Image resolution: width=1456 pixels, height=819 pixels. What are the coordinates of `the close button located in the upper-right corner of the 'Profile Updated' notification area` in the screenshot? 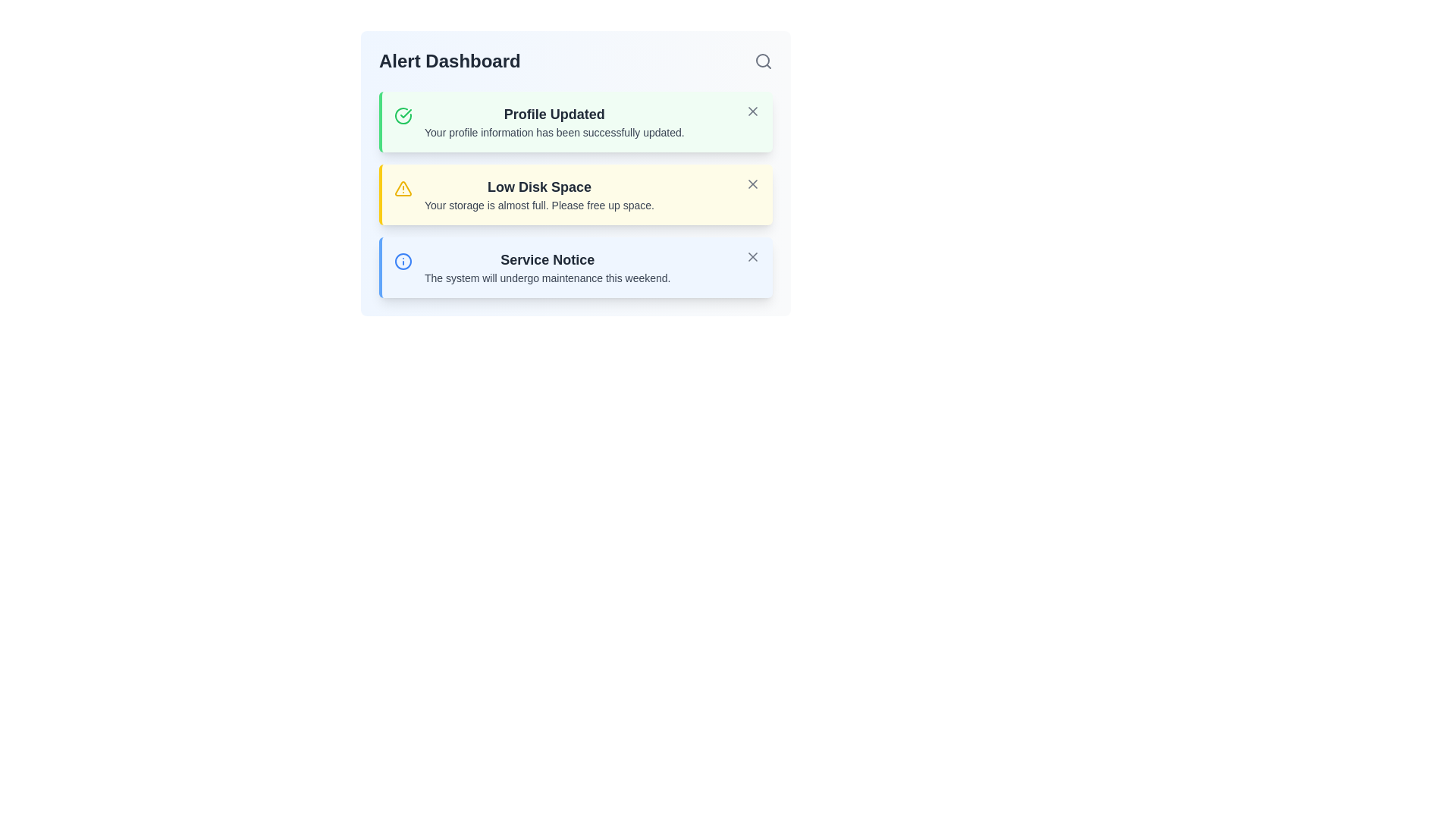 It's located at (753, 110).